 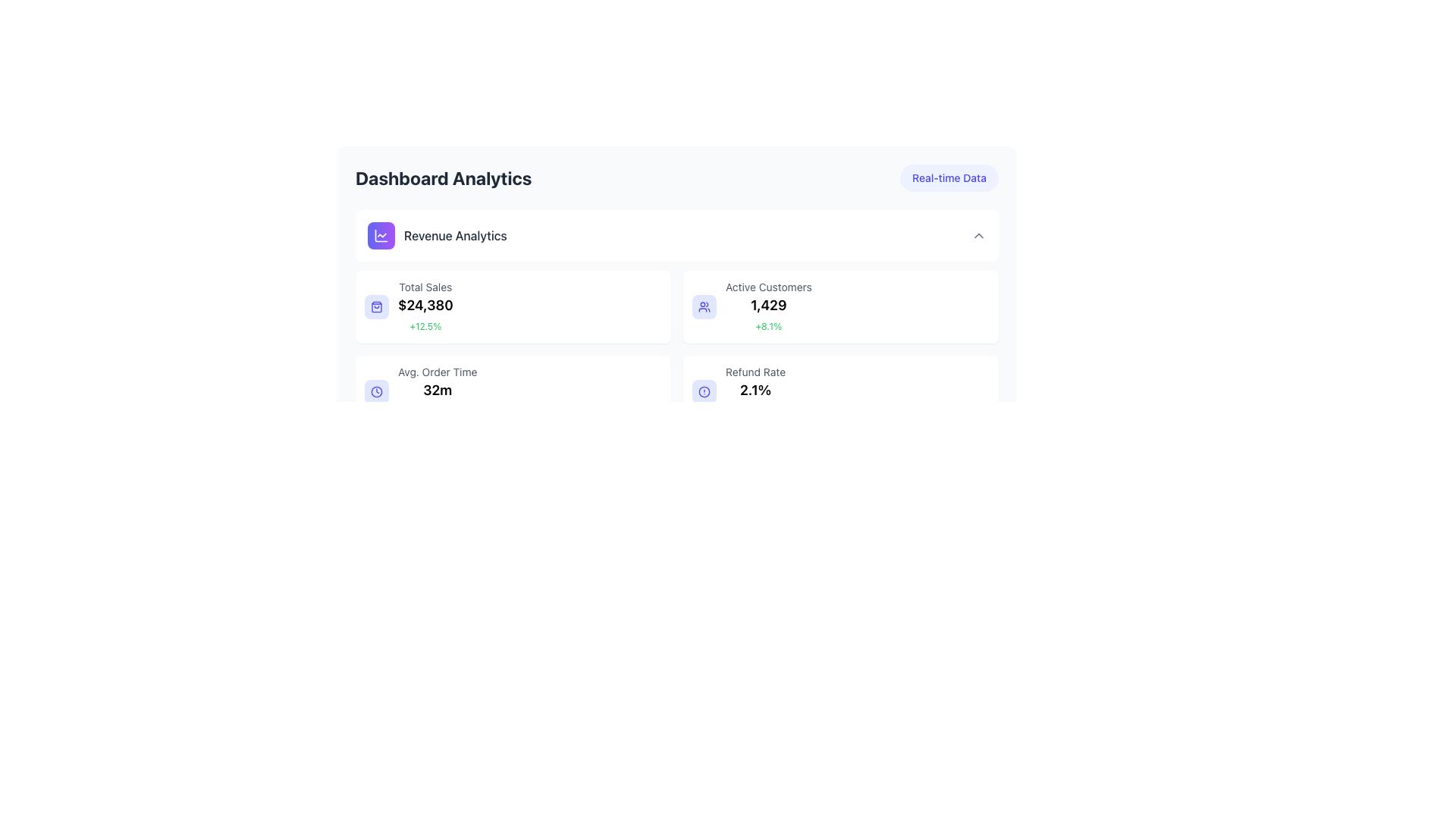 What do you see at coordinates (755, 411) in the screenshot?
I see `text element displaying a percentage value related to the refund rate statistics, located below the numerical percentage value of '2.1%' in the 'Refund Rate' box` at bounding box center [755, 411].